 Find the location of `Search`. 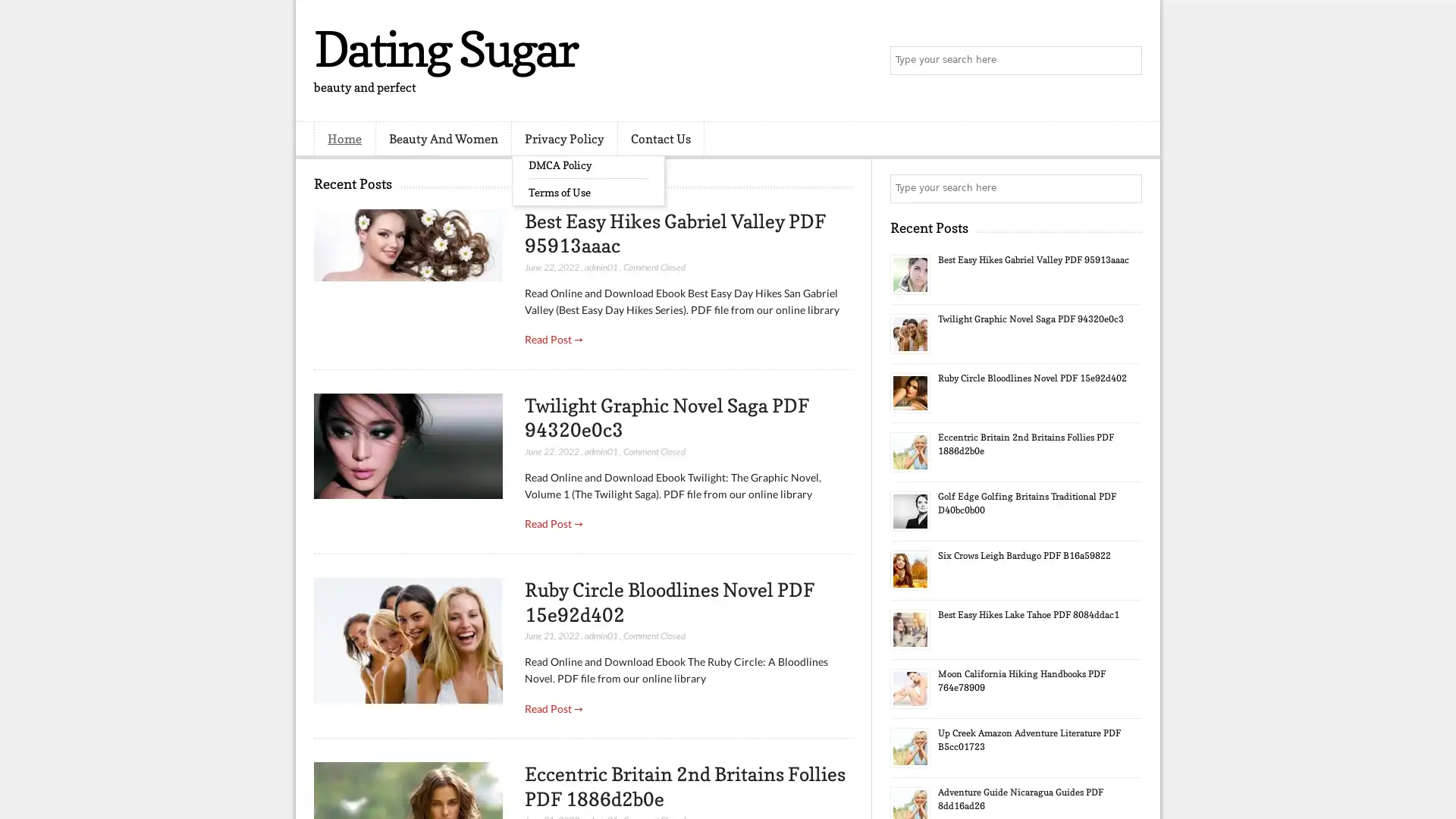

Search is located at coordinates (1126, 188).